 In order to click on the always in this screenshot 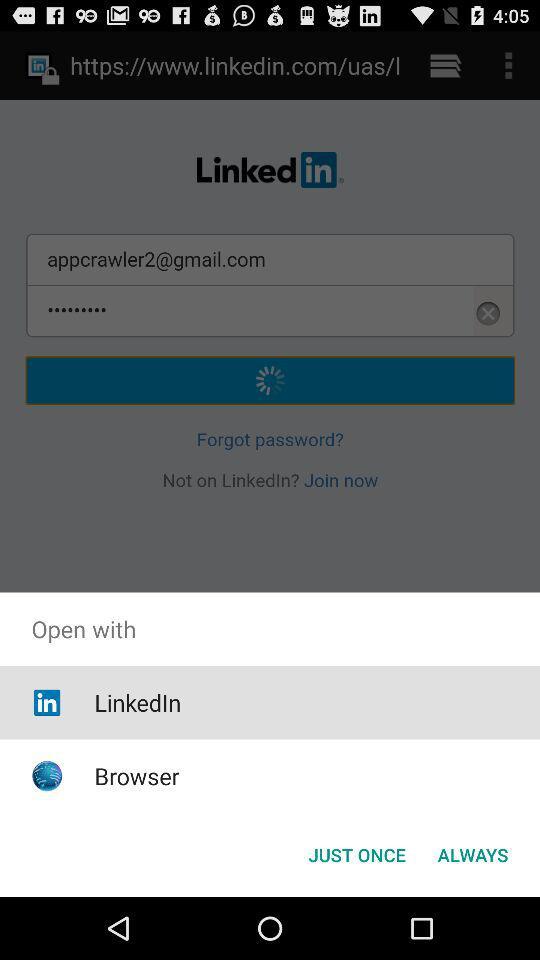, I will do `click(472, 853)`.